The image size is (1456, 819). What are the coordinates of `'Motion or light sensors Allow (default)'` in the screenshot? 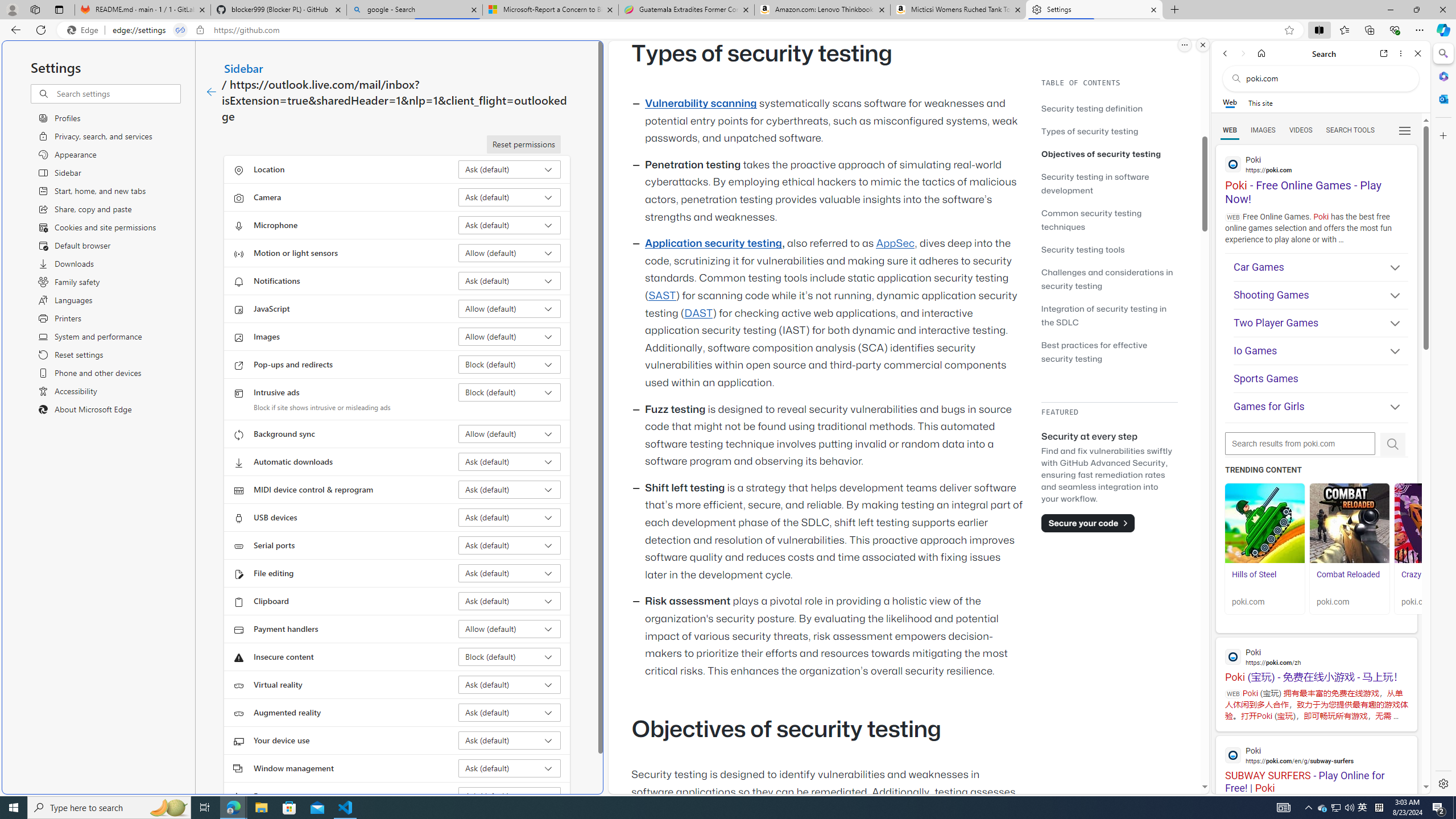 It's located at (510, 253).